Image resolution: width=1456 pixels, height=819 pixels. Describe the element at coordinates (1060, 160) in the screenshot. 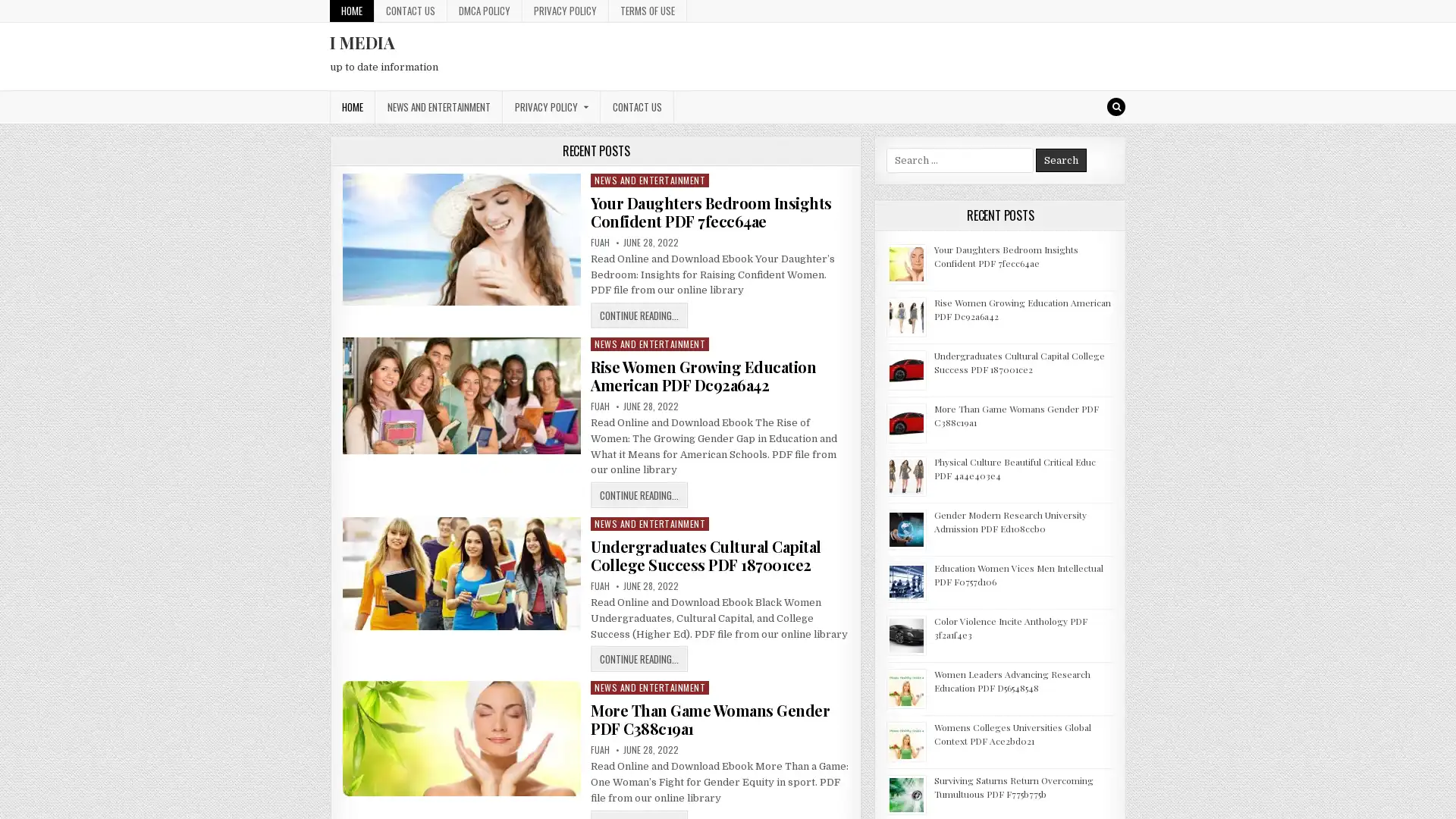

I see `Search` at that location.